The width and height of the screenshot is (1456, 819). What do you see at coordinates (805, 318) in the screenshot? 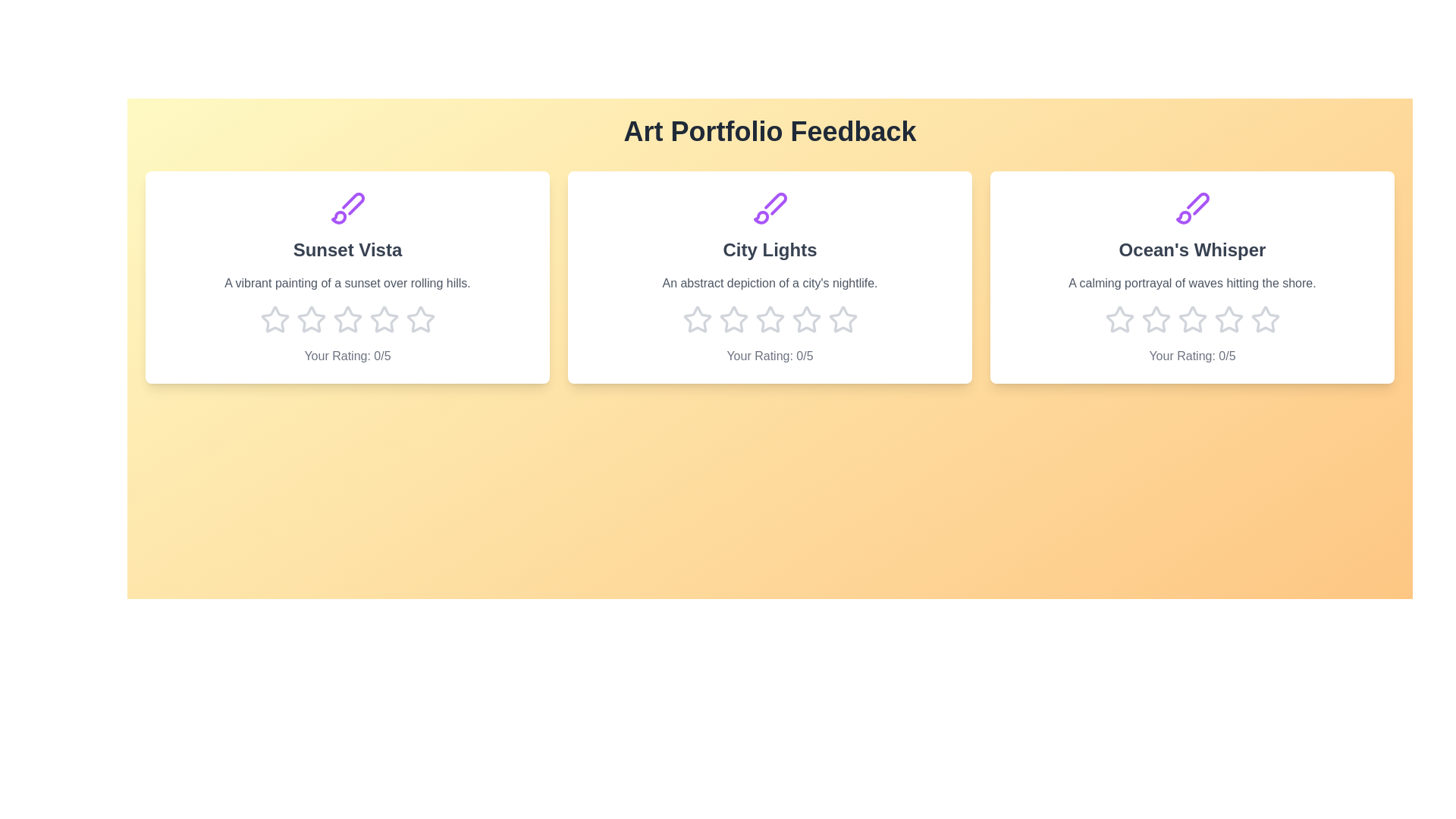
I see `the star corresponding to 4 stars for the artwork titled 'City Lights'` at bounding box center [805, 318].